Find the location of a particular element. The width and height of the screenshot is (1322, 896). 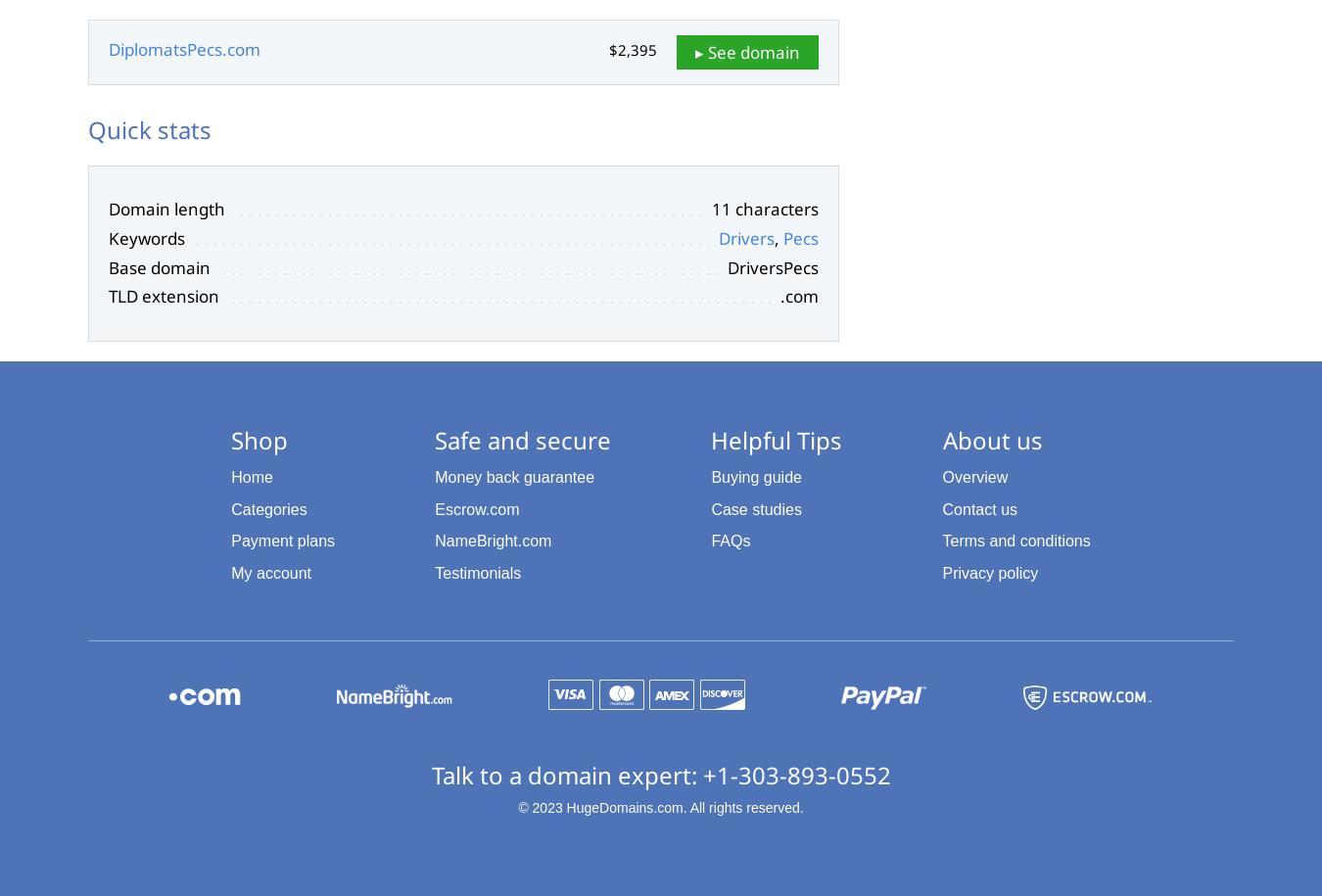

'Home' is located at coordinates (251, 475).